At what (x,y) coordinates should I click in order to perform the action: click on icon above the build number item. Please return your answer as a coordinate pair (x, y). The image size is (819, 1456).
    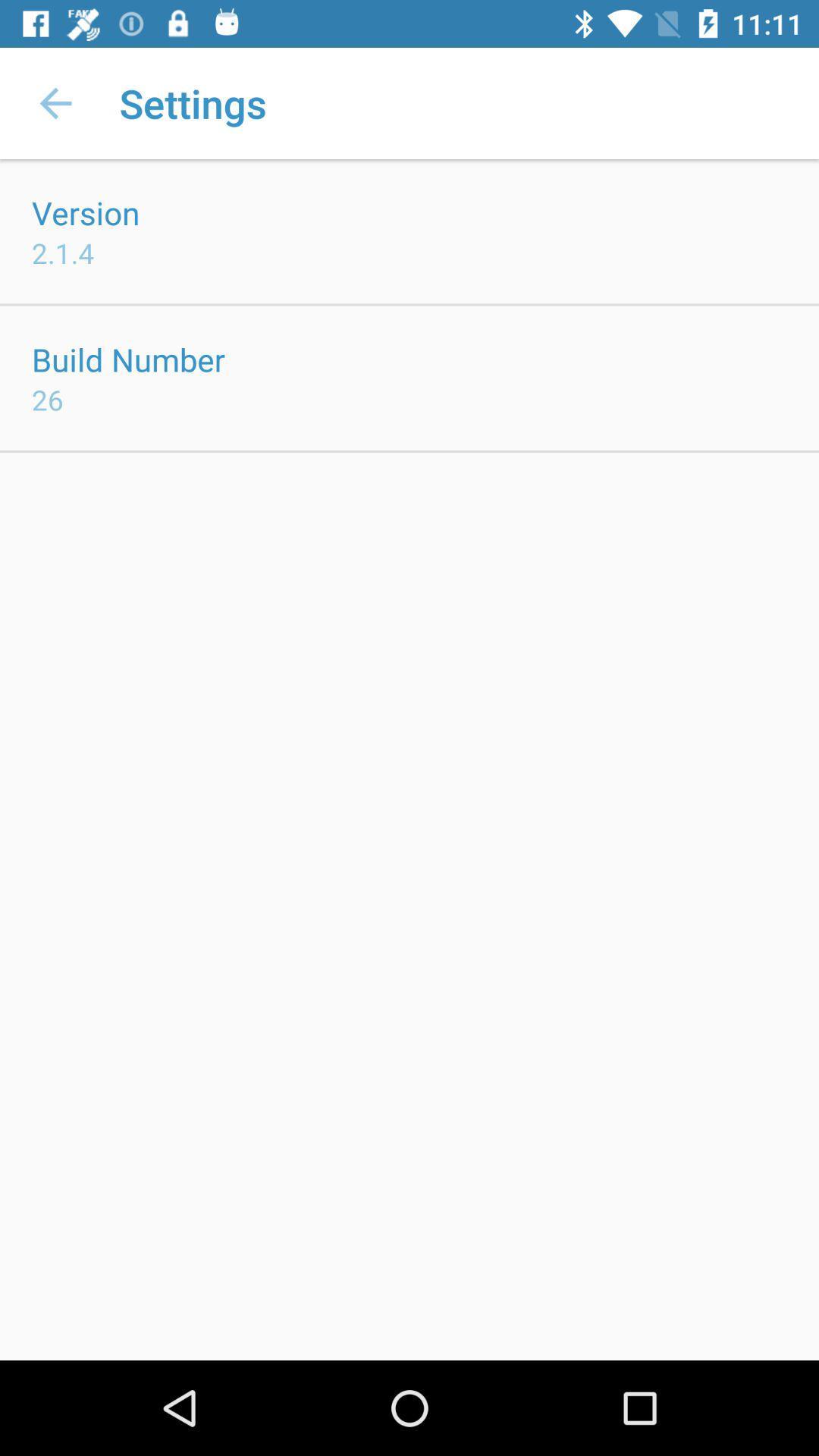
    Looking at the image, I should click on (62, 253).